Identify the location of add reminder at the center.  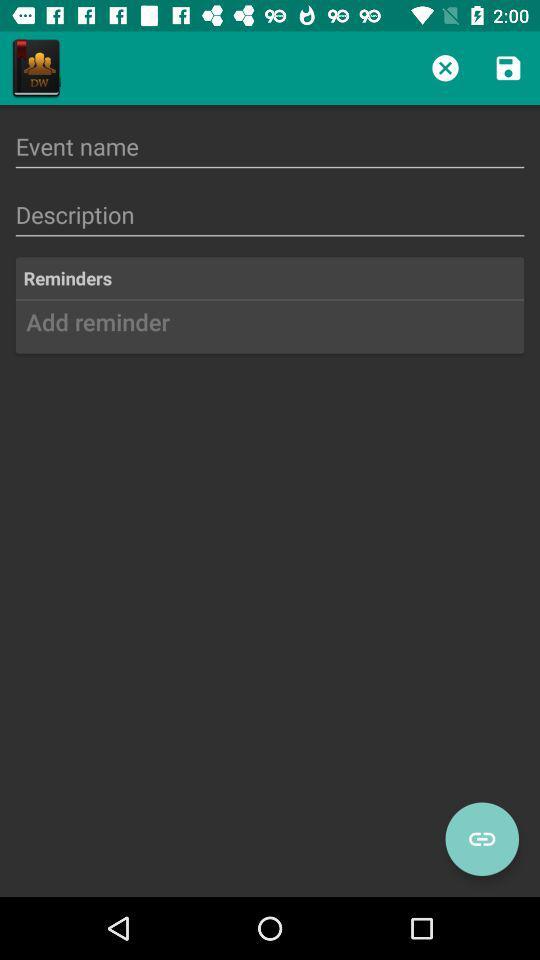
(270, 329).